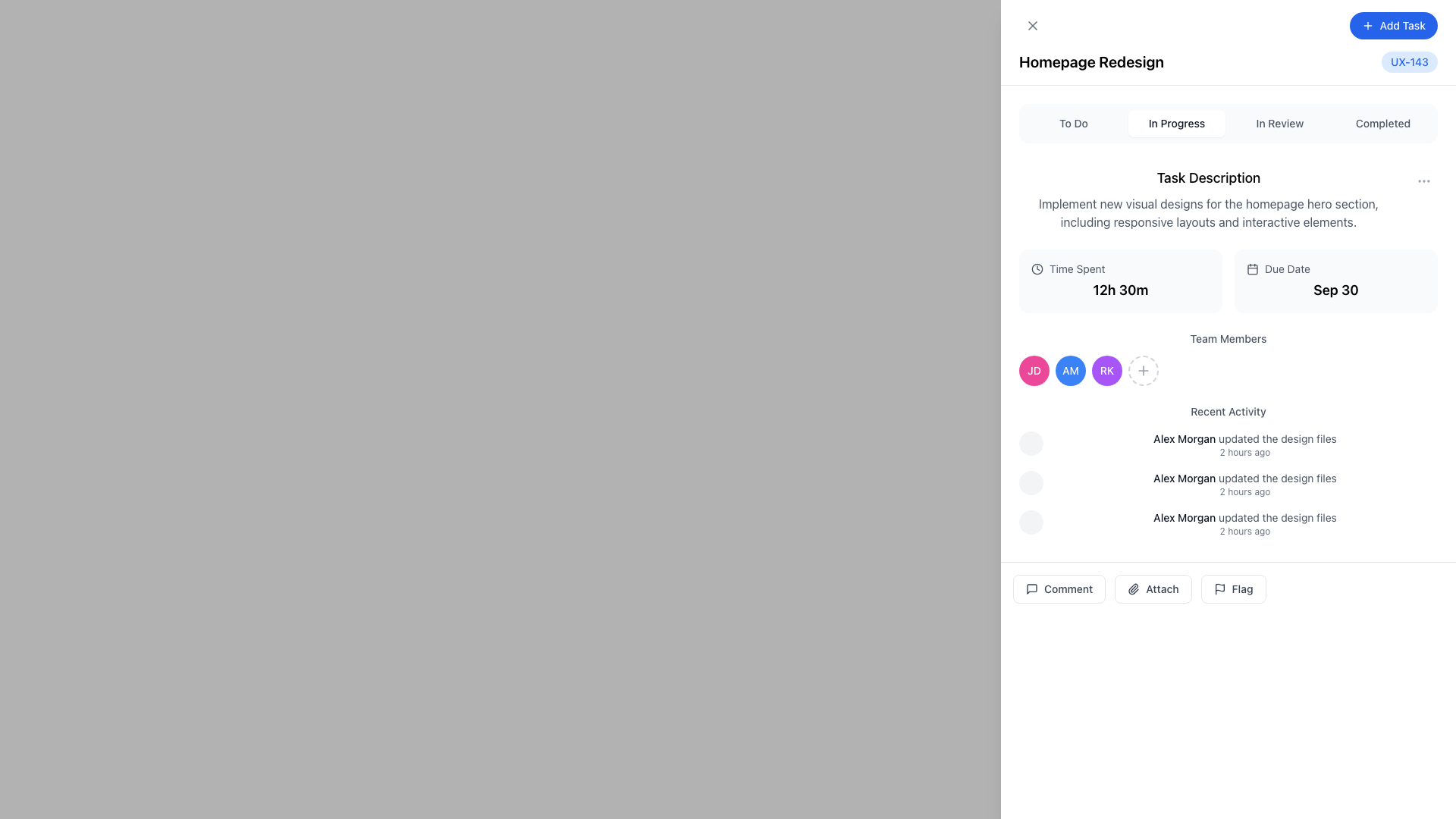 The width and height of the screenshot is (1456, 819). Describe the element at coordinates (1244, 452) in the screenshot. I see `the text label reading '2 hours ago'` at that location.